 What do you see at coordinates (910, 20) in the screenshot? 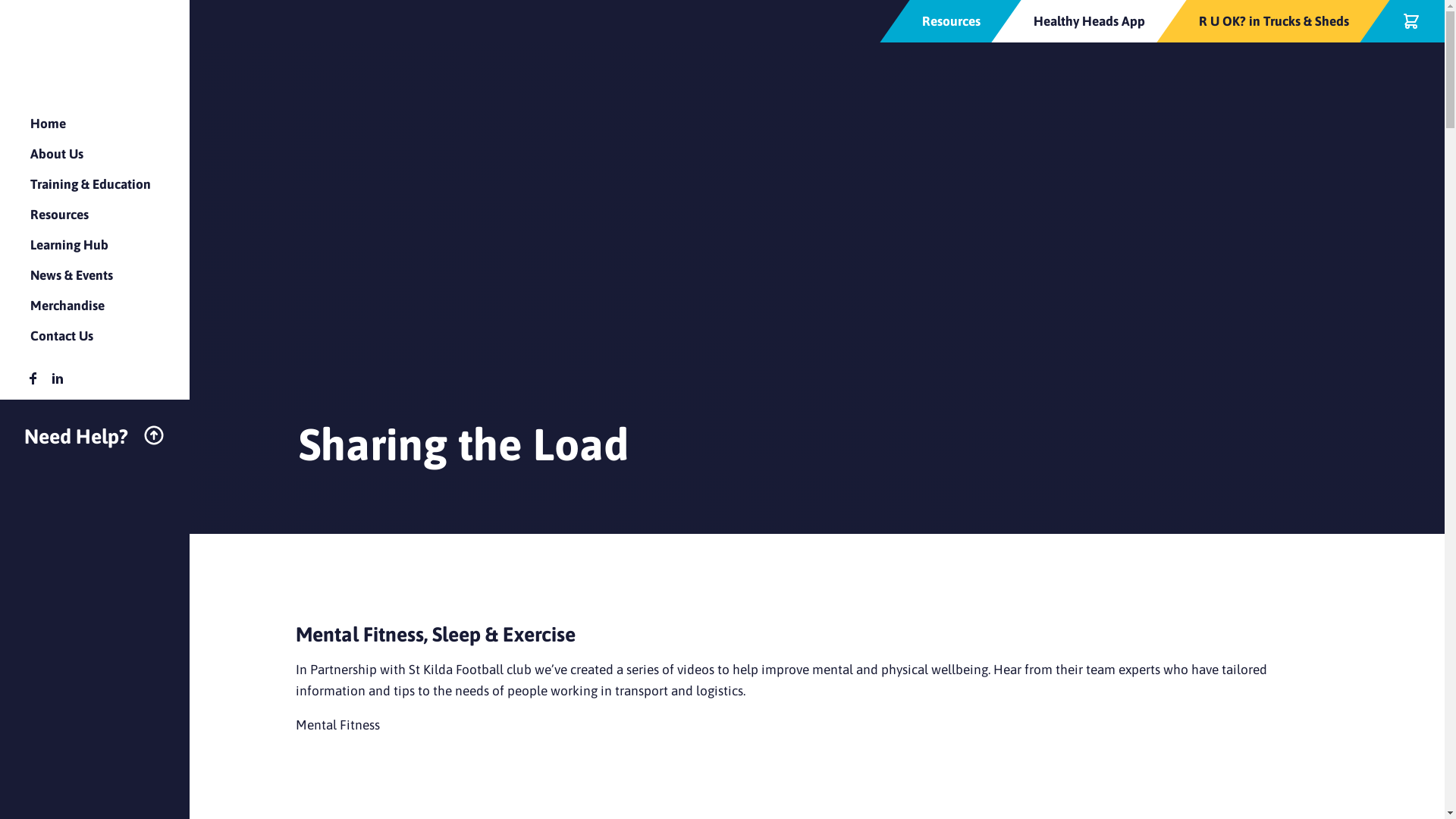
I see `'Resources'` at bounding box center [910, 20].